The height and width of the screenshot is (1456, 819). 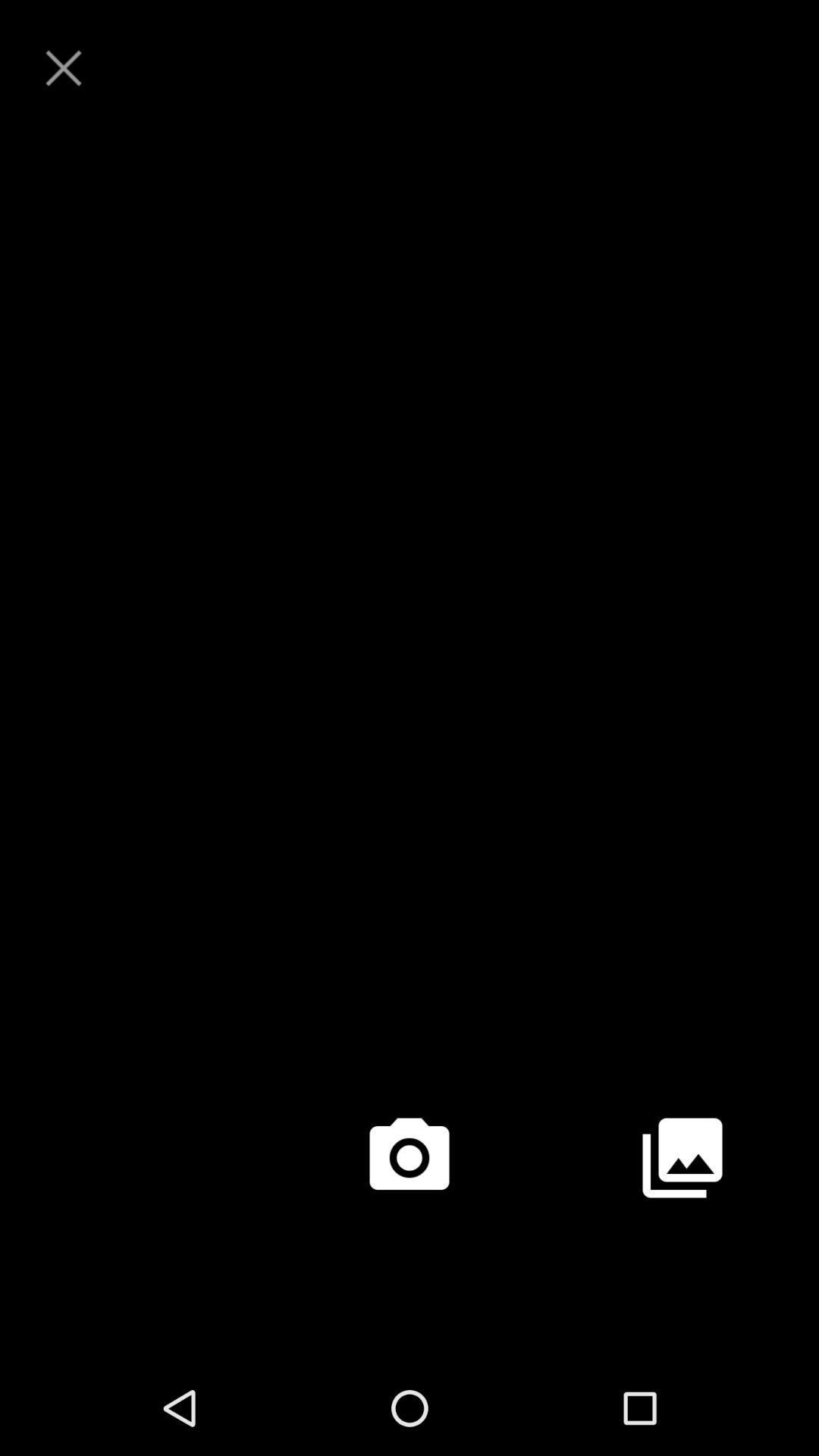 I want to click on camera, so click(x=409, y=1156).